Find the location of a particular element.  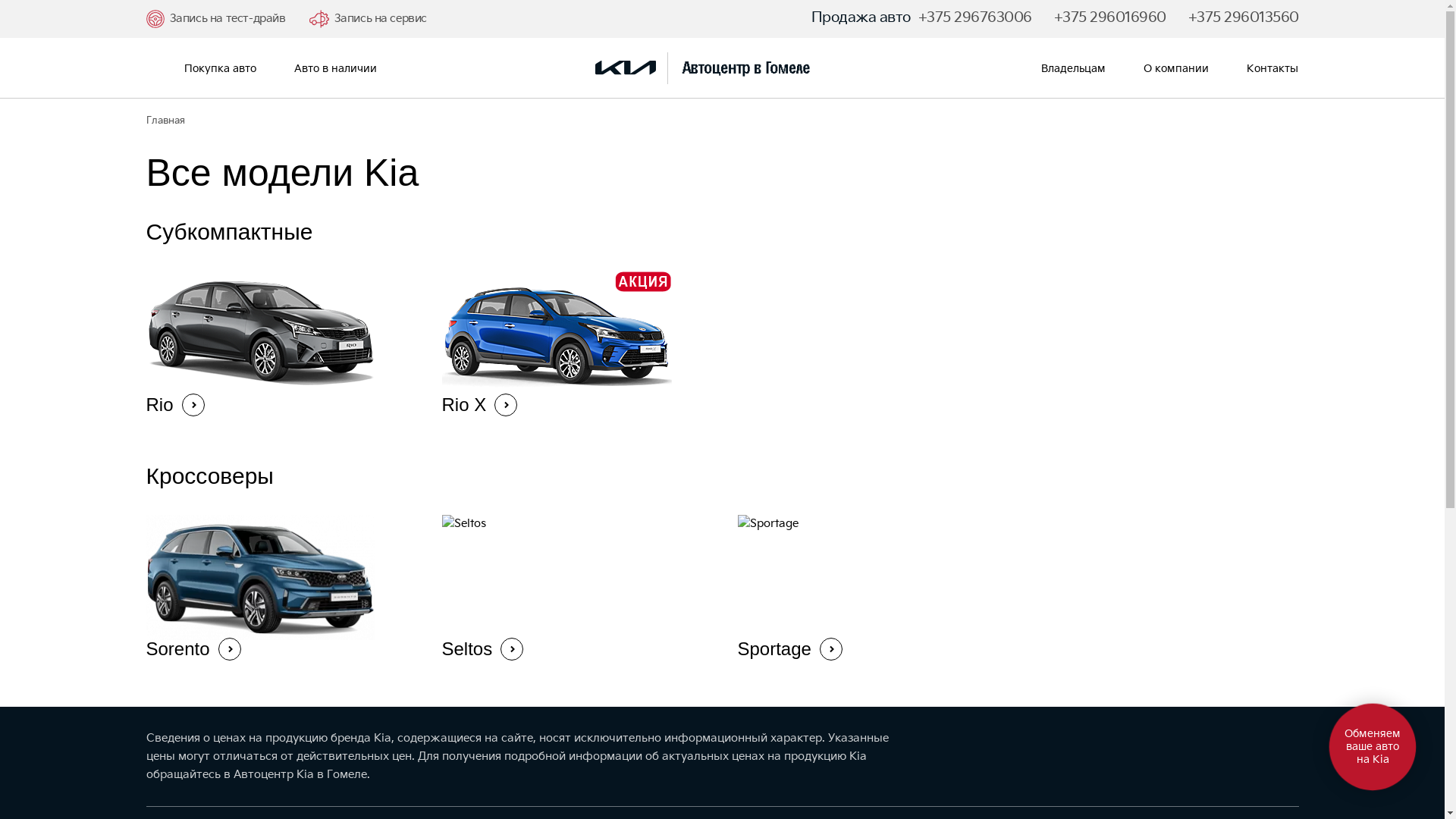

'+375 296013560' is located at coordinates (1242, 17).